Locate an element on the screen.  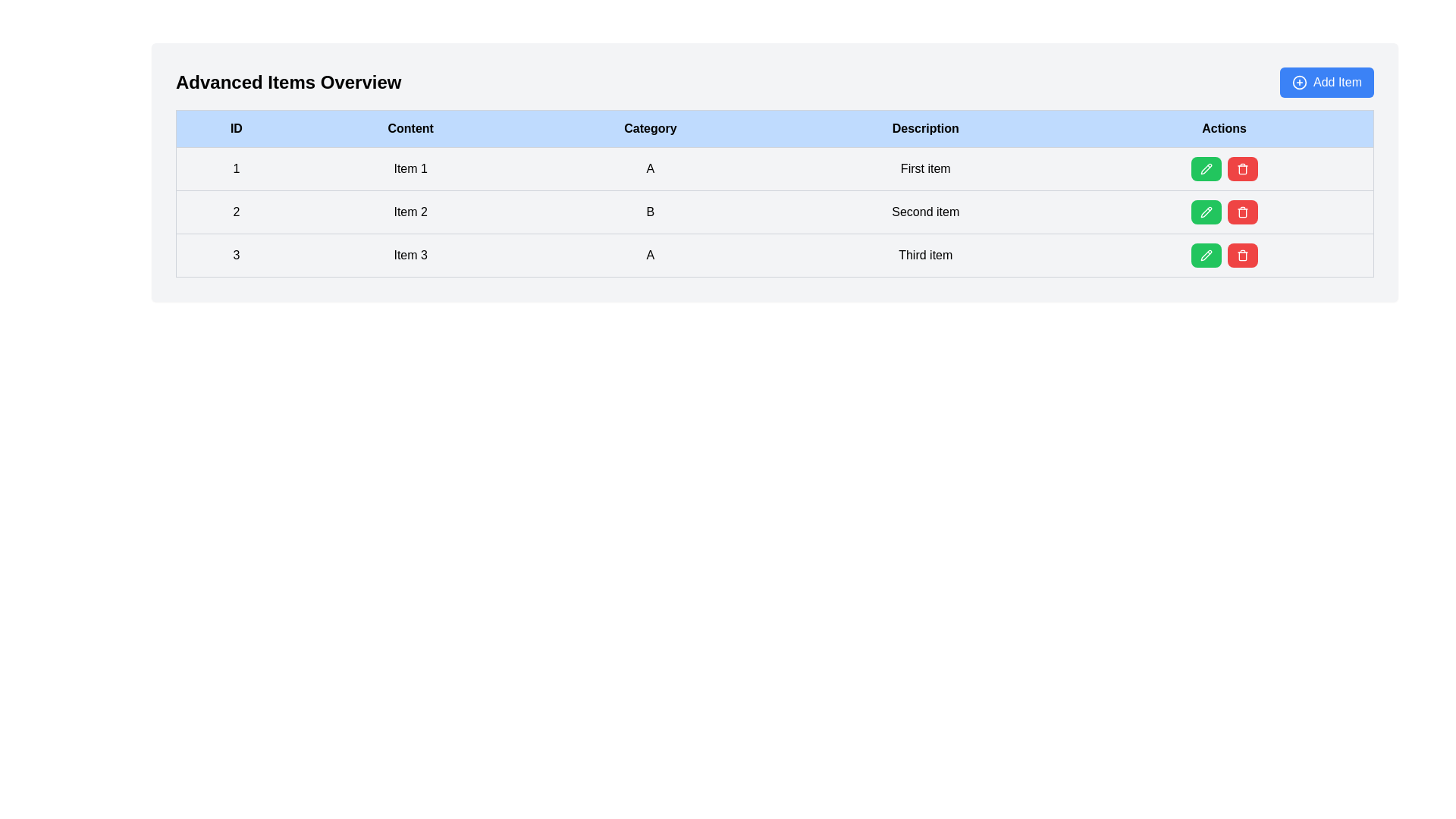
the Table Header Cell displaying 'ID', which is the first header cell in the table with a light blue background and bold center-aligned text is located at coordinates (235, 127).